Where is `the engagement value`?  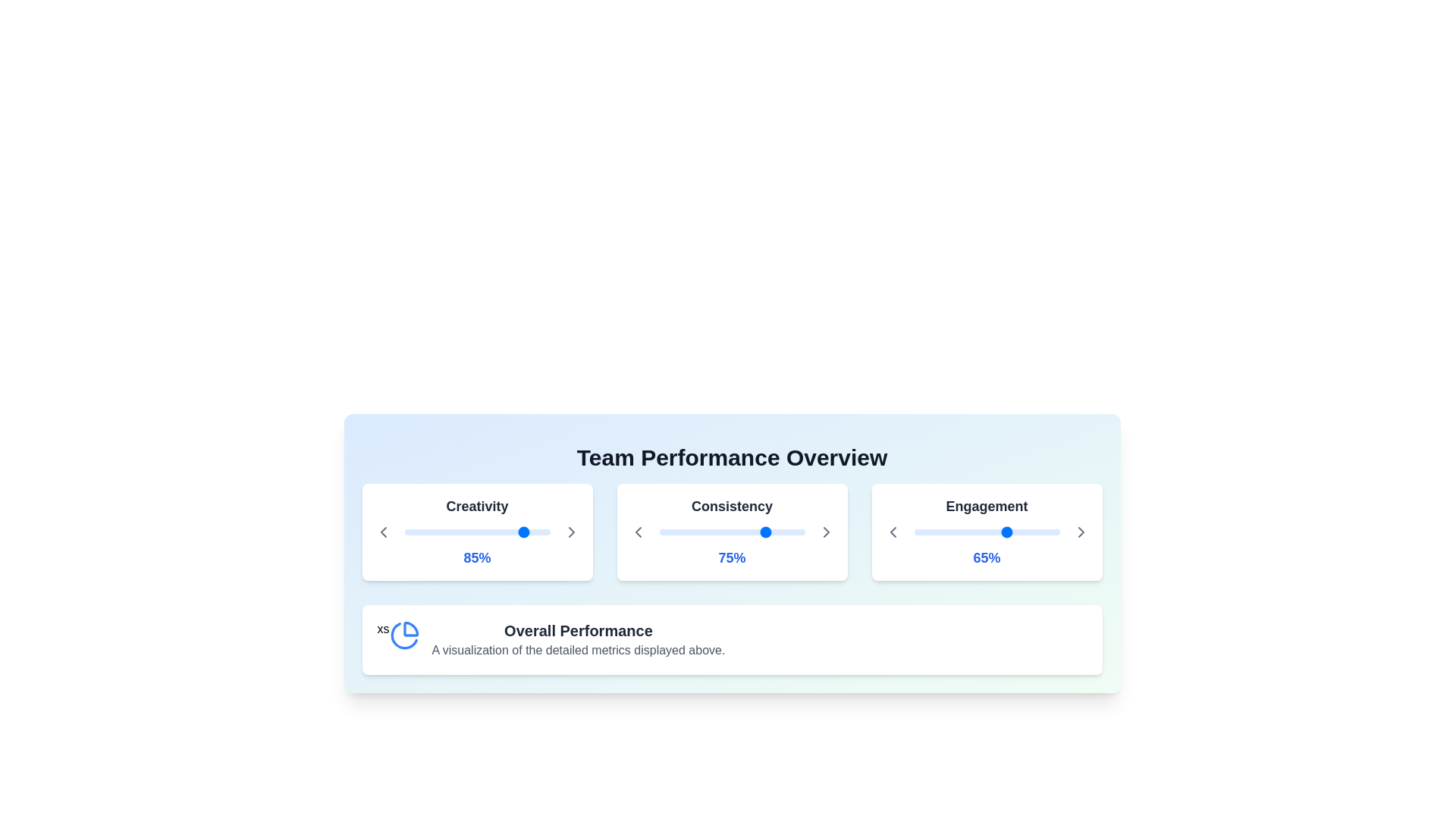 the engagement value is located at coordinates (1041, 532).